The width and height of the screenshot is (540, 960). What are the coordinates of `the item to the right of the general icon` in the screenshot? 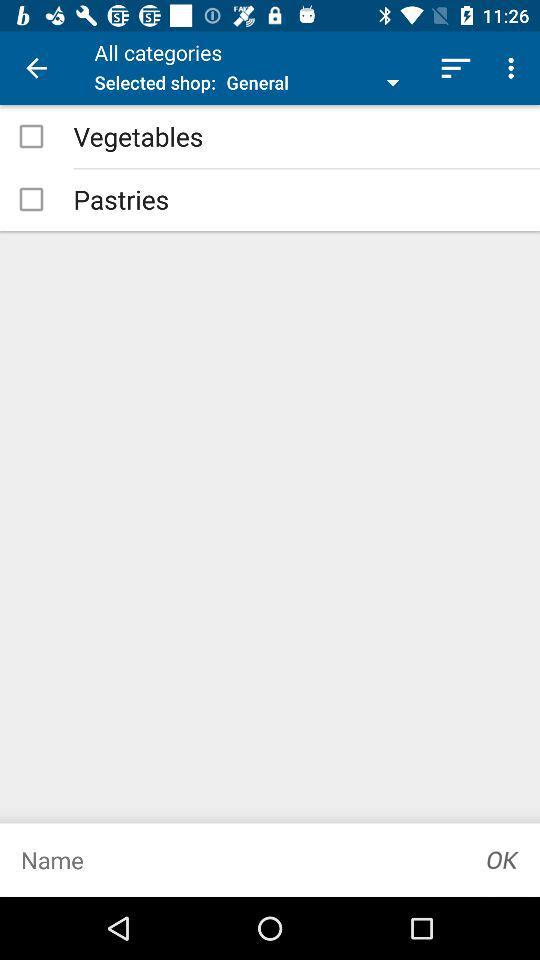 It's located at (455, 68).